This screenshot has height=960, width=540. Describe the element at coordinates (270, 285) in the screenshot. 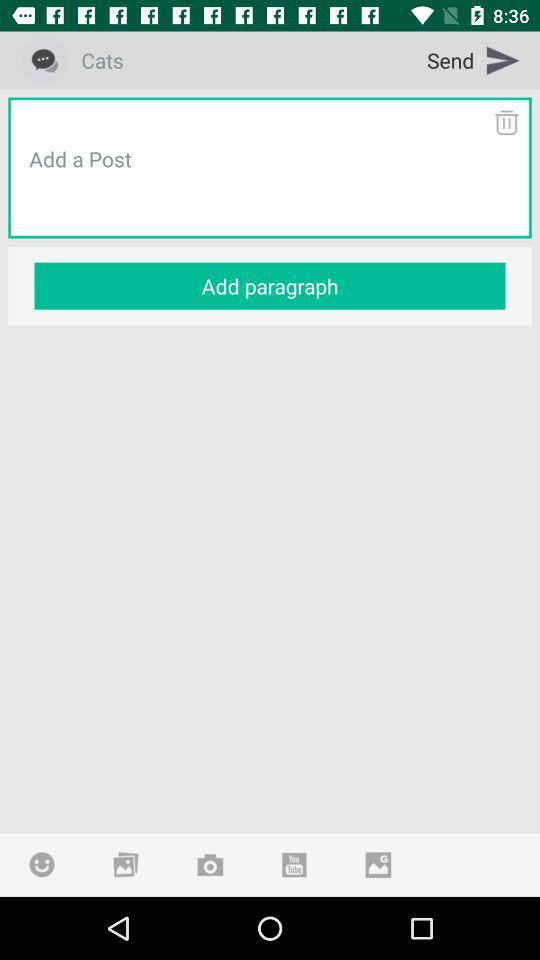

I see `the add paragraph` at that location.